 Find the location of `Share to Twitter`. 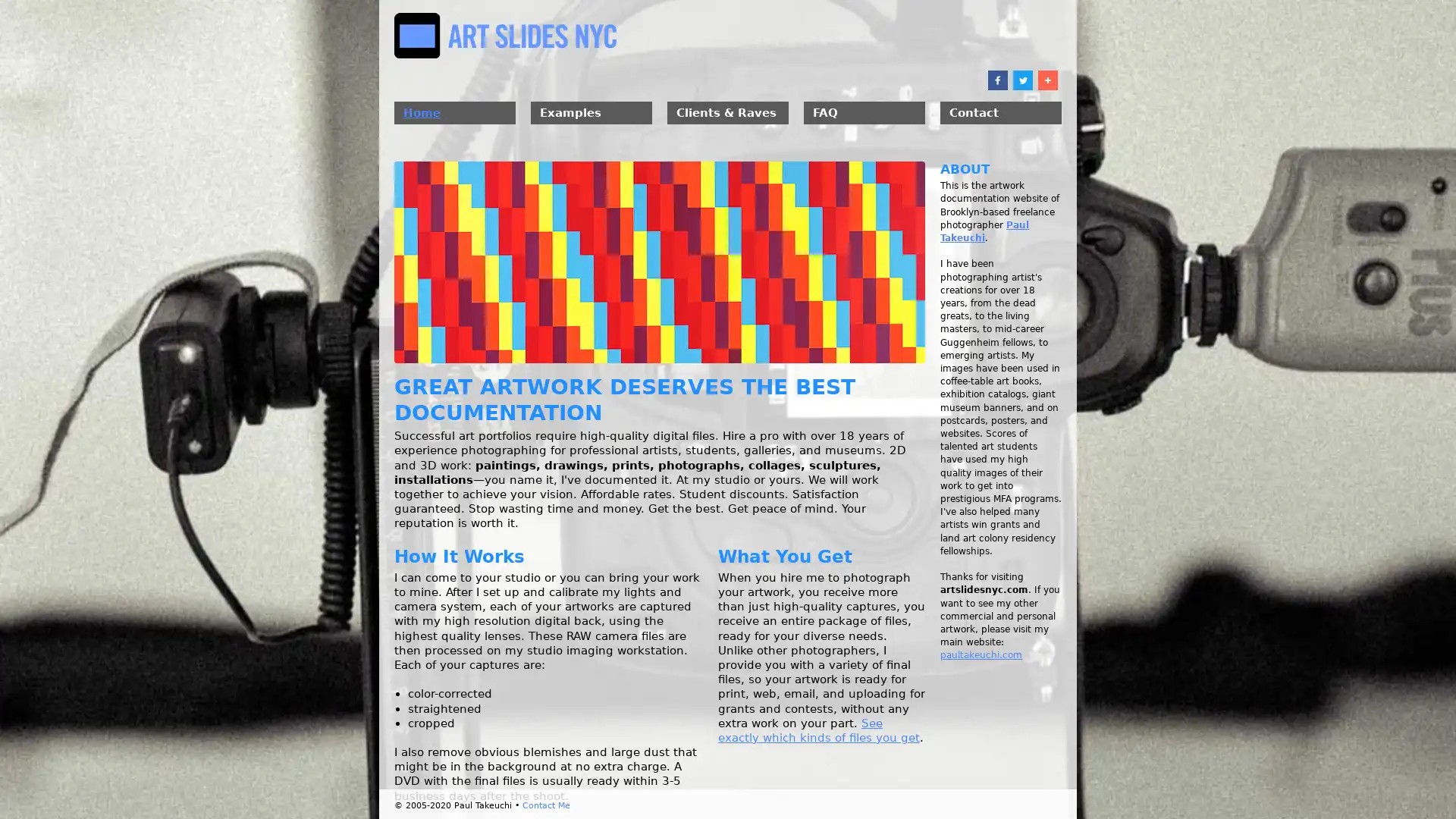

Share to Twitter is located at coordinates (1005, 79).